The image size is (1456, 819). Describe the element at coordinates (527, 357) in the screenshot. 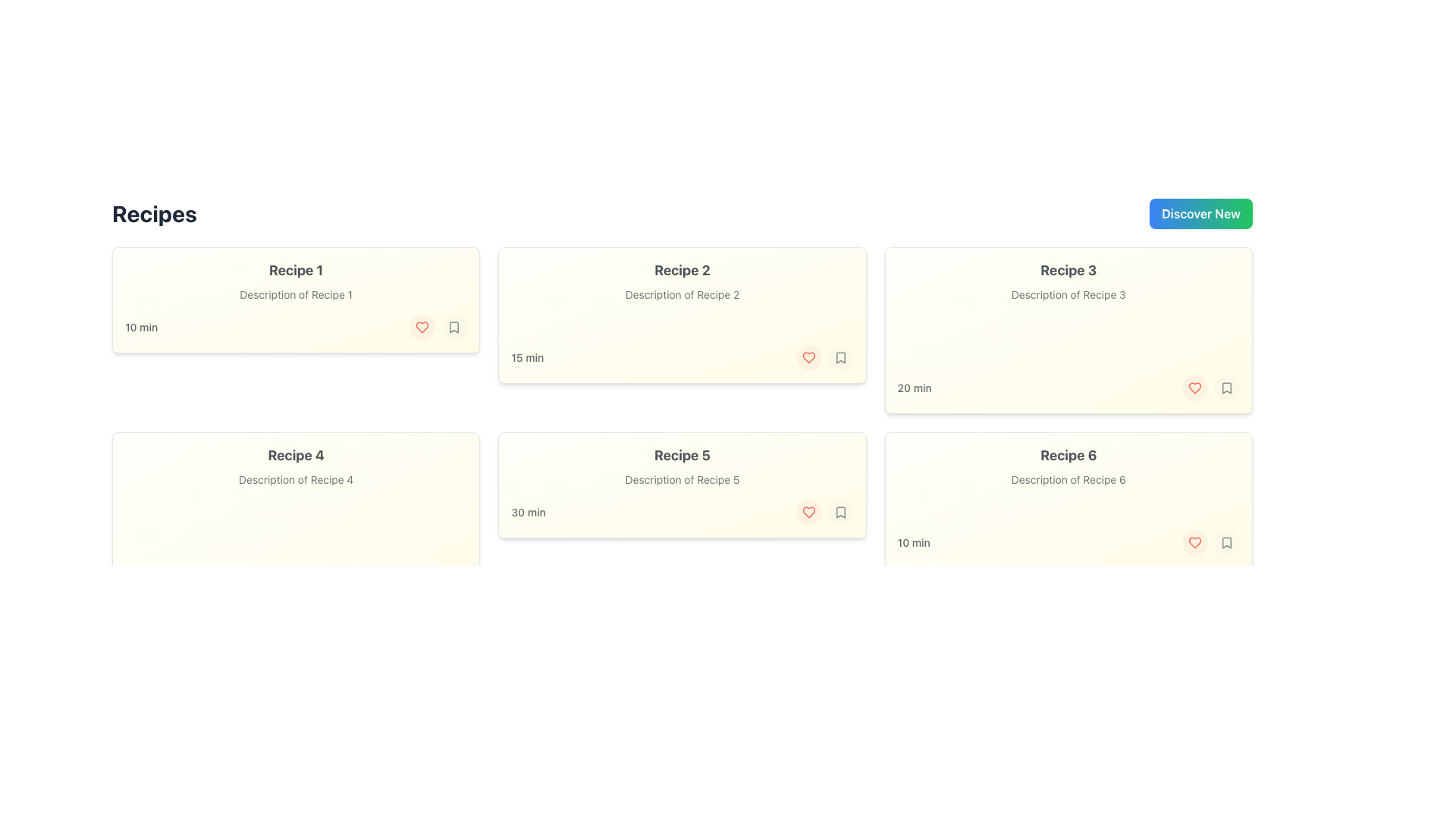

I see `the text label displaying the estimated preparation or cooking time for Recipe 2, located within the card component of Recipe 2` at that location.